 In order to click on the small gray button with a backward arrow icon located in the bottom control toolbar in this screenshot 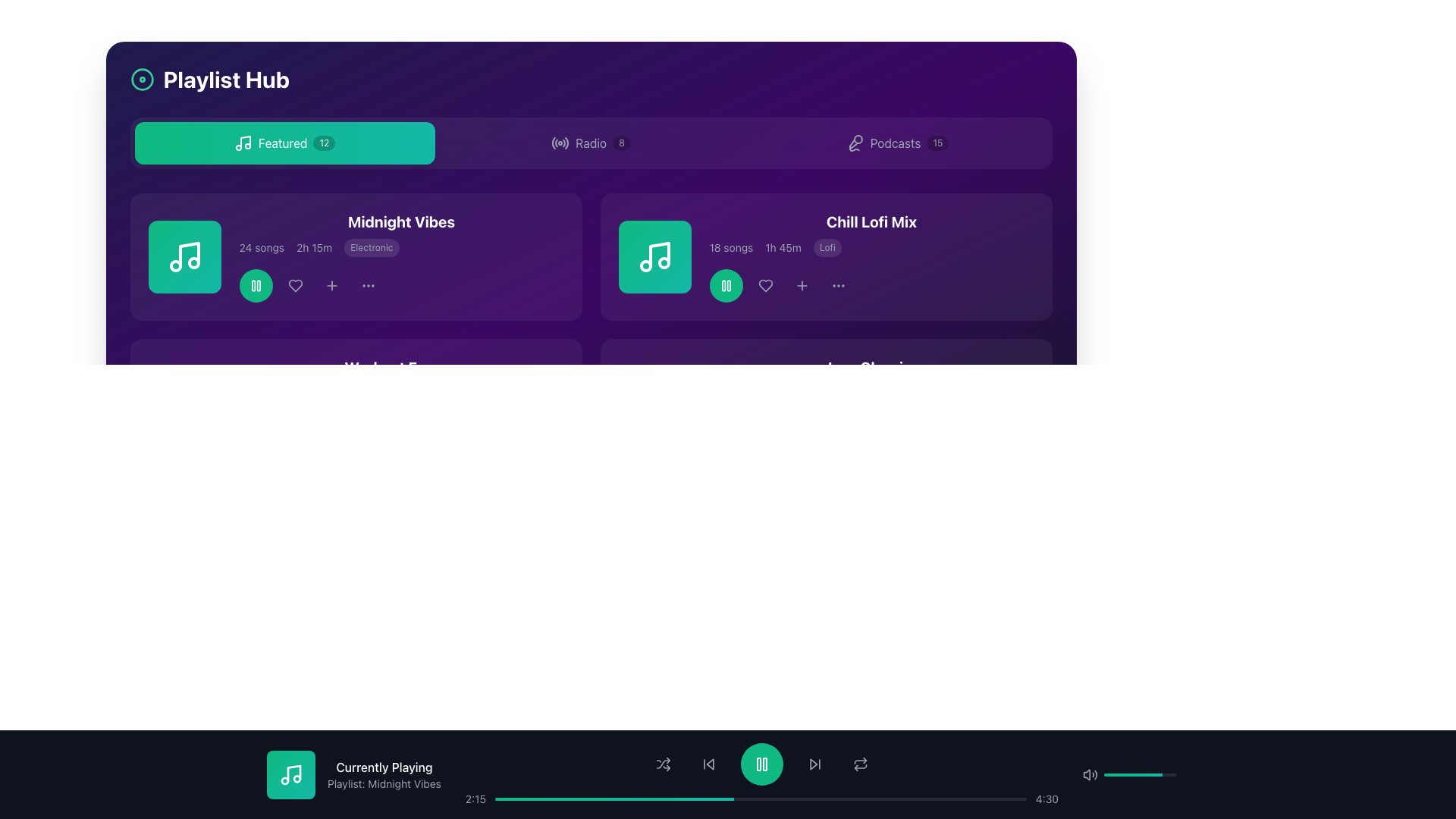, I will do `click(708, 764)`.